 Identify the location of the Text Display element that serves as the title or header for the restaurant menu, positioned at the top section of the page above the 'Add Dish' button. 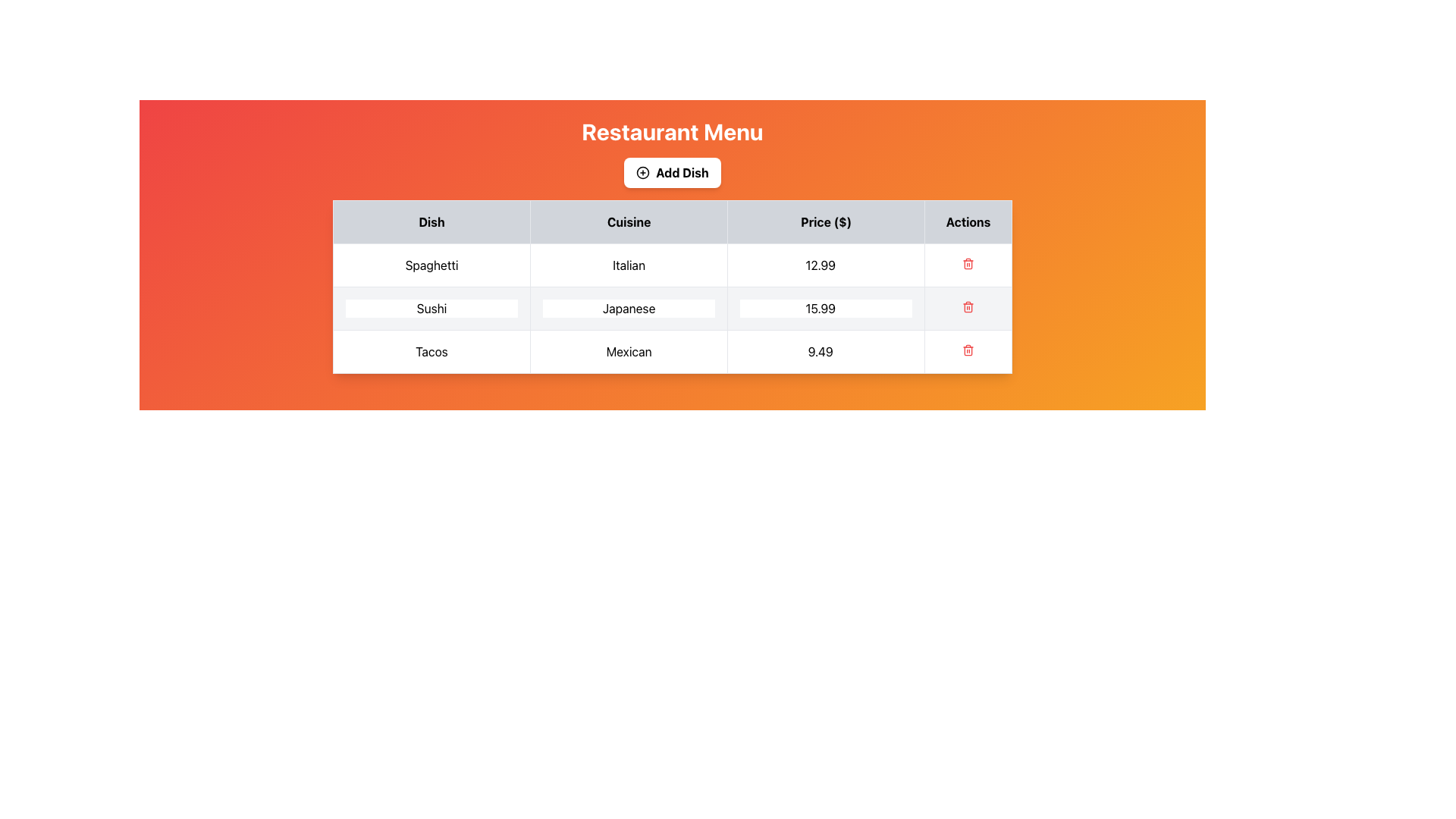
(672, 130).